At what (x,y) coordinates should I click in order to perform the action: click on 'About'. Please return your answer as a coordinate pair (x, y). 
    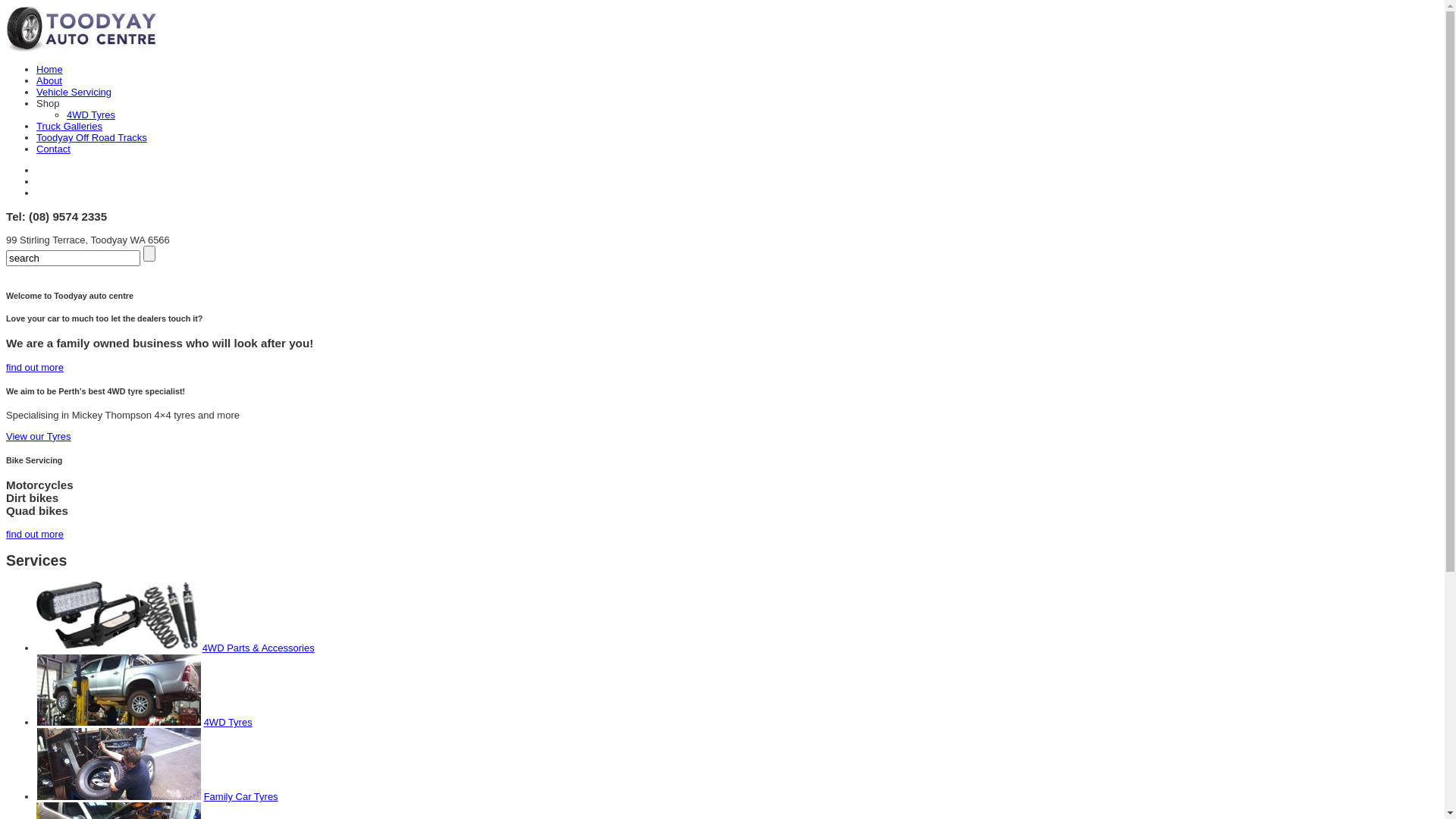
    Looking at the image, I should click on (36, 80).